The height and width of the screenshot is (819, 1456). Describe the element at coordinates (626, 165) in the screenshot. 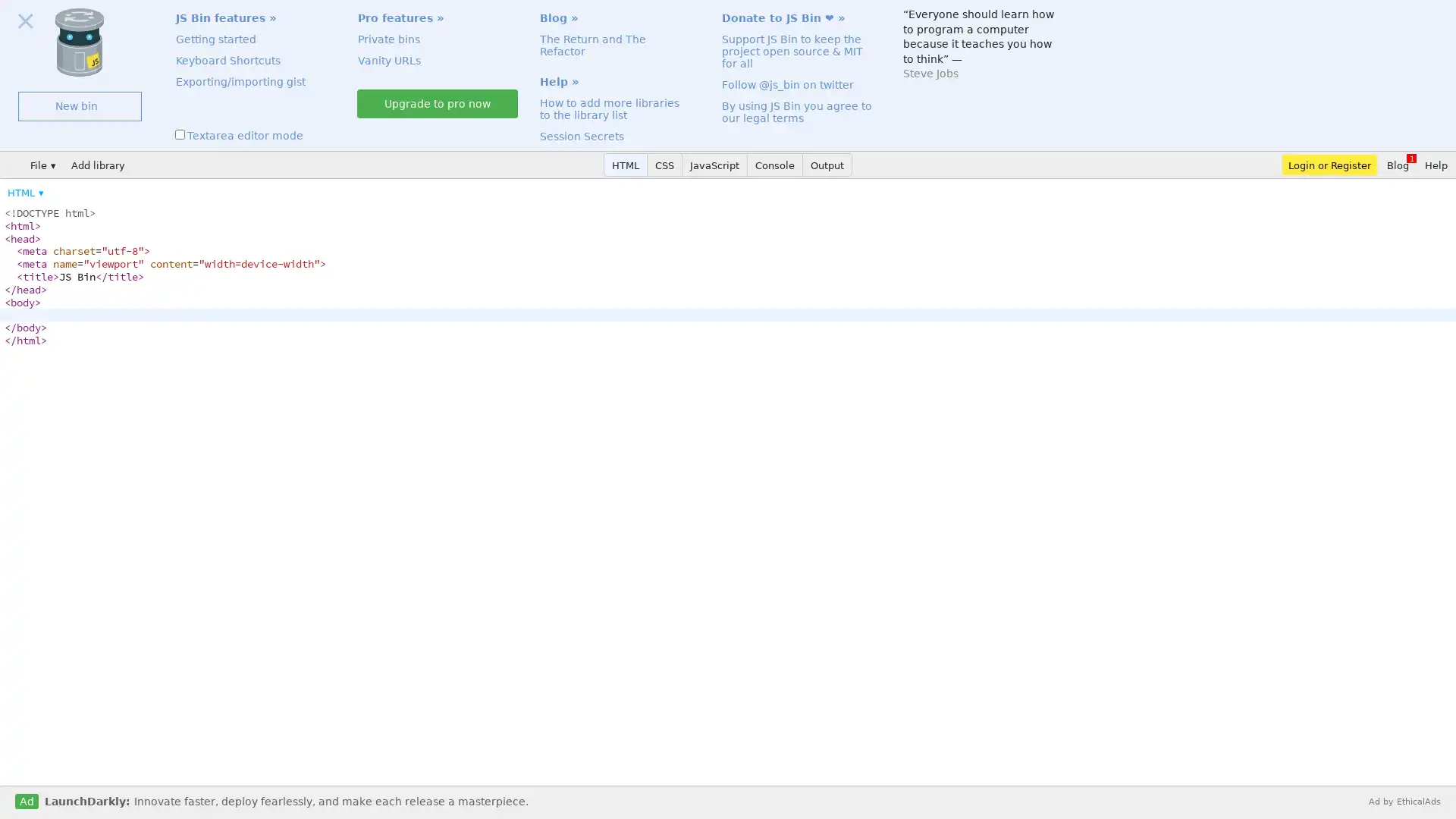

I see `HTML Panel: Active` at that location.